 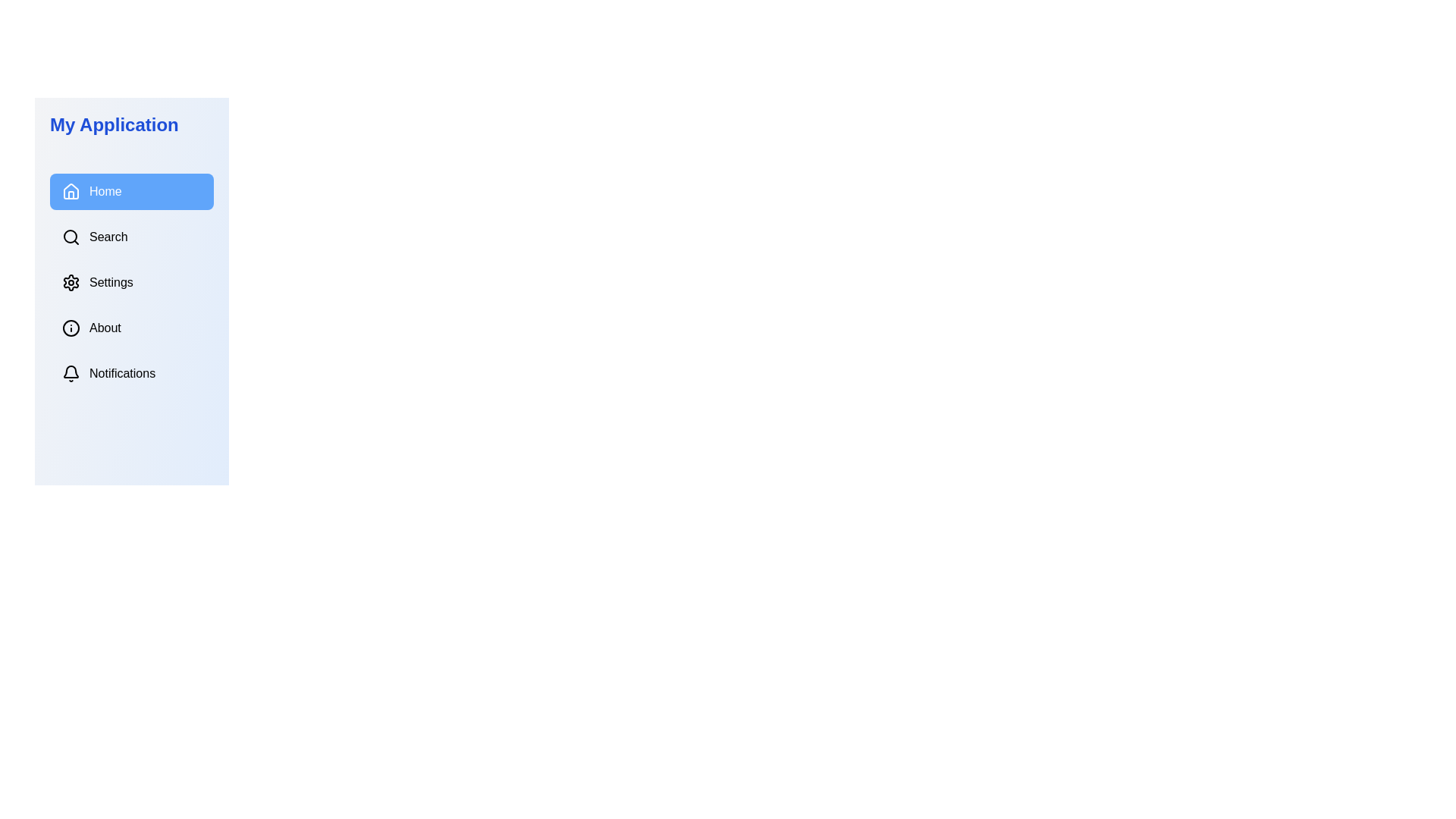 I want to click on the 'Notifications' icon located in the left sidebar, which is the fifth item in the list, to check for new alerts or updates, so click(x=71, y=374).